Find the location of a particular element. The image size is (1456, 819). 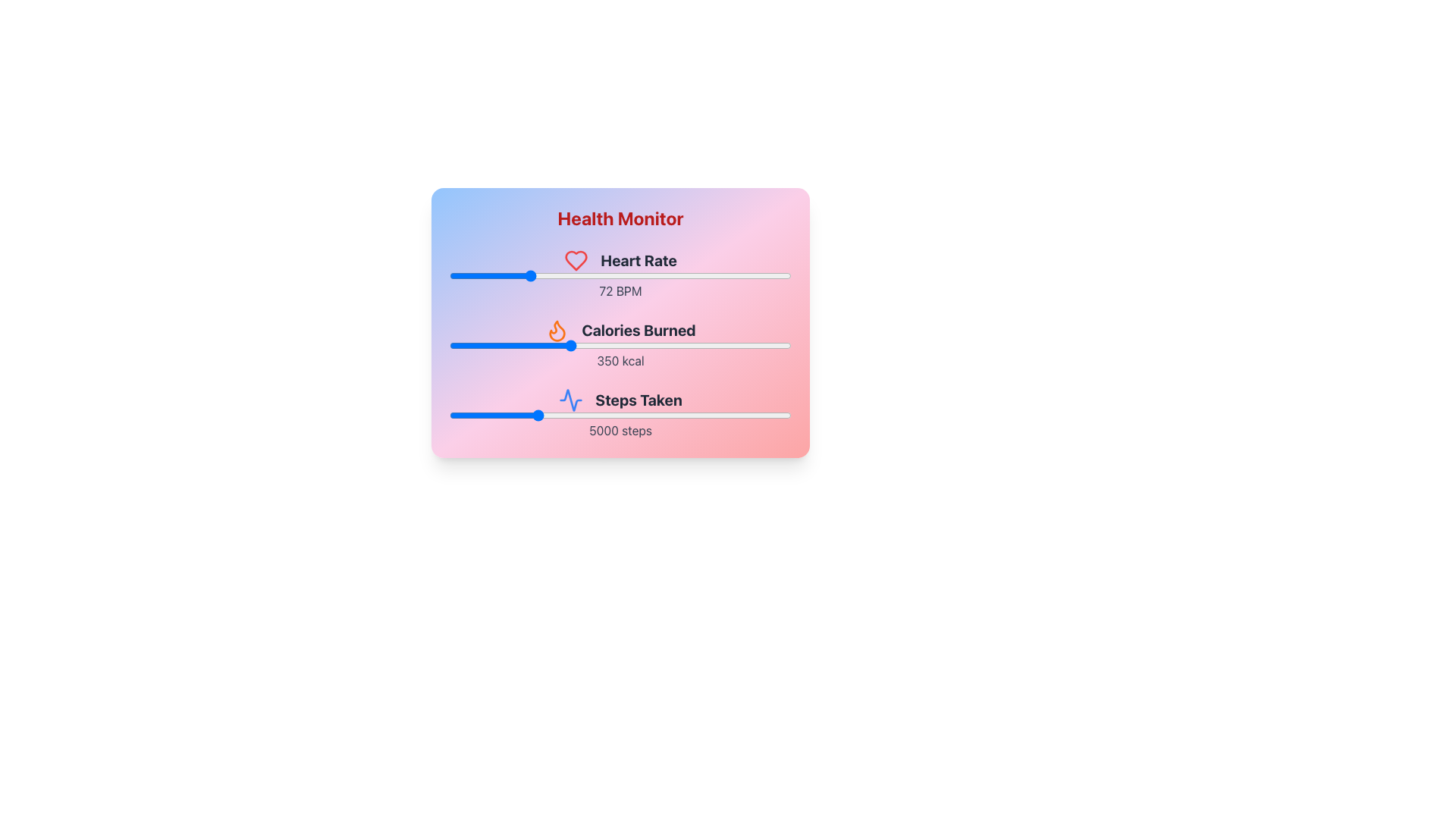

the flame-shaped orange icon located to the left of the 'Calories Burned' label is located at coordinates (557, 329).